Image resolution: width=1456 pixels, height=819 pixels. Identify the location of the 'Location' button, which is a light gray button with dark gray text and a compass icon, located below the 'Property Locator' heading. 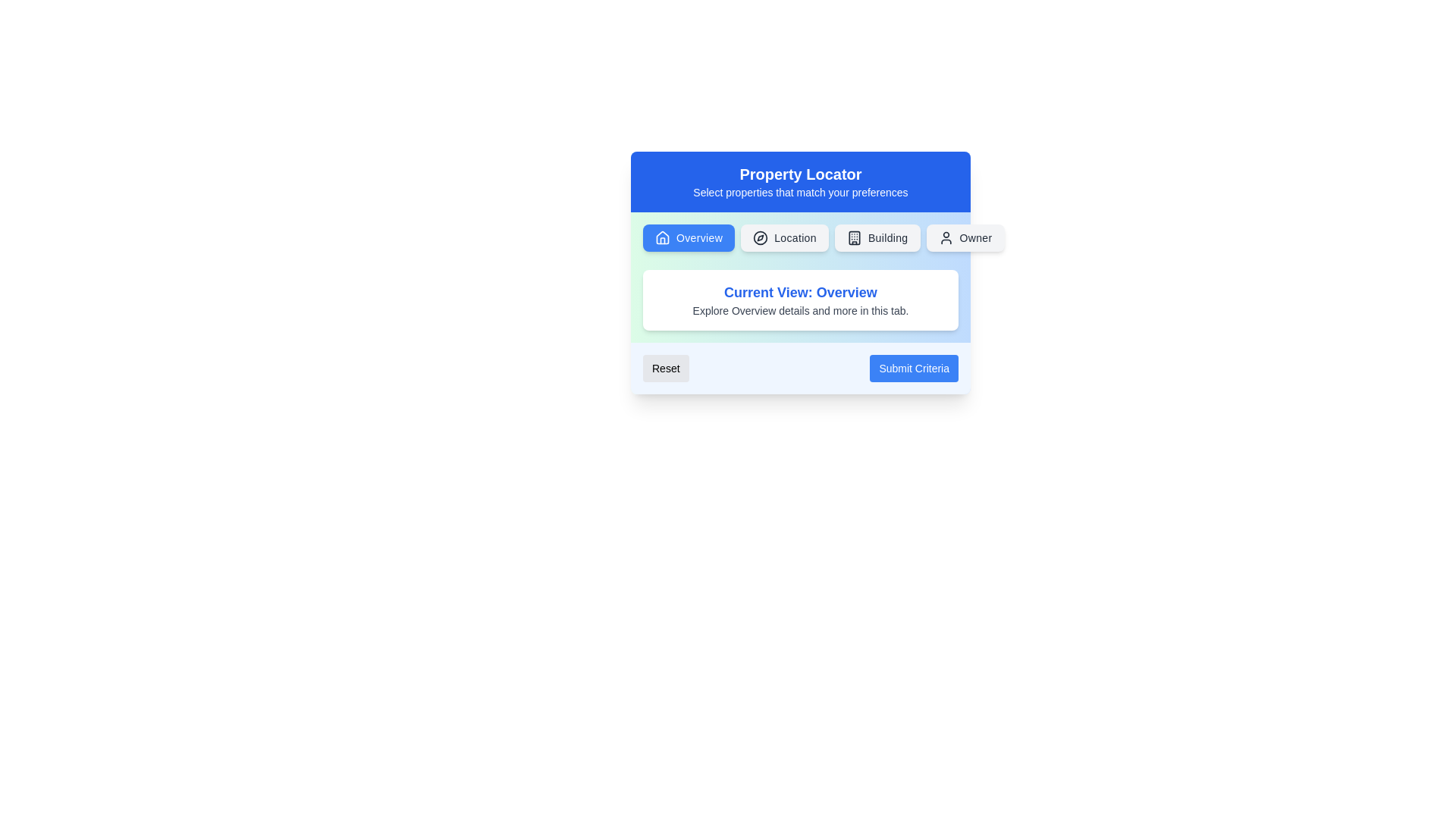
(800, 237).